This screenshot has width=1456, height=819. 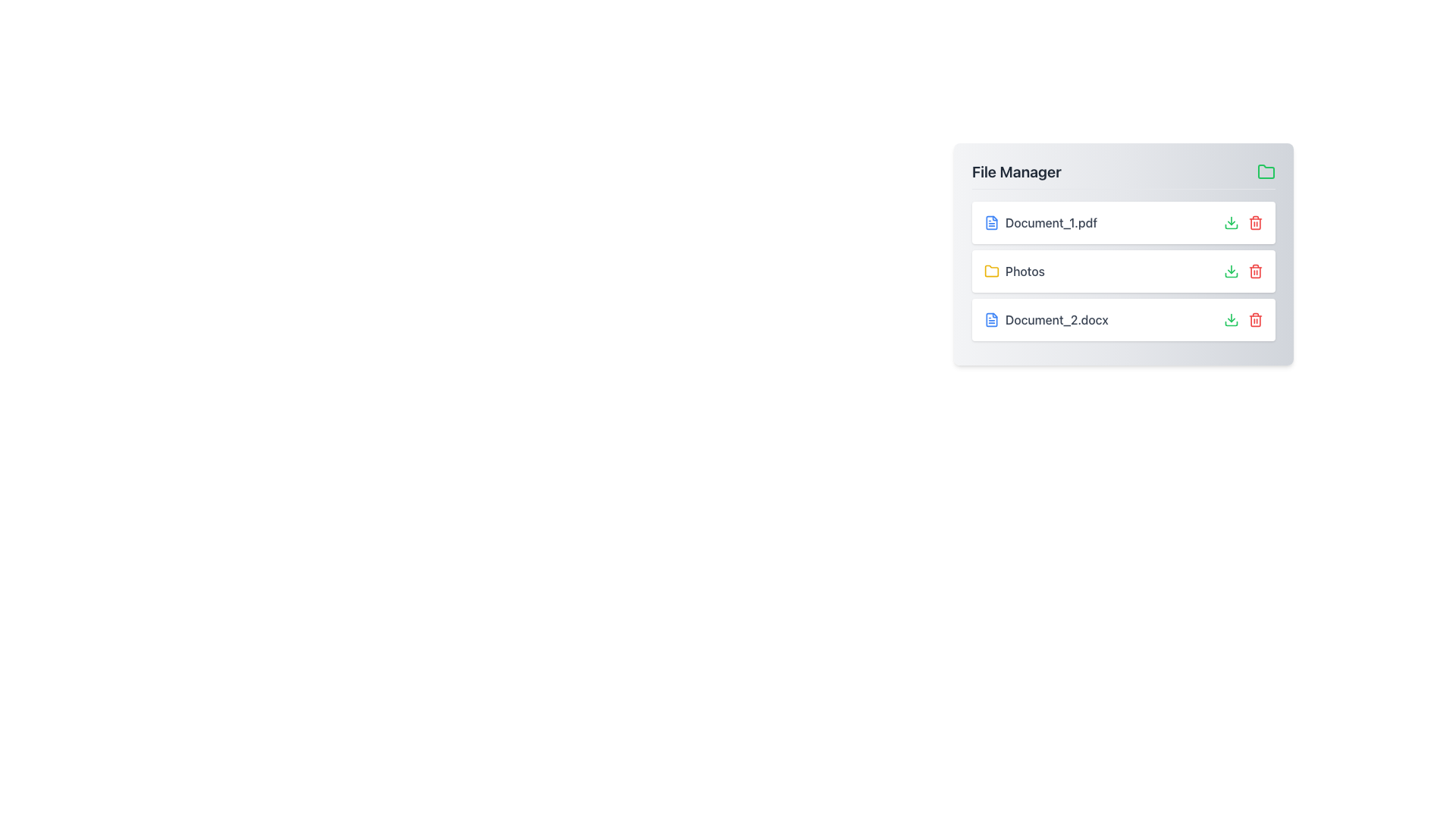 I want to click on the red trash bin icon button located at the far right side of the row for 'Document_1.pdf', so click(x=1256, y=222).